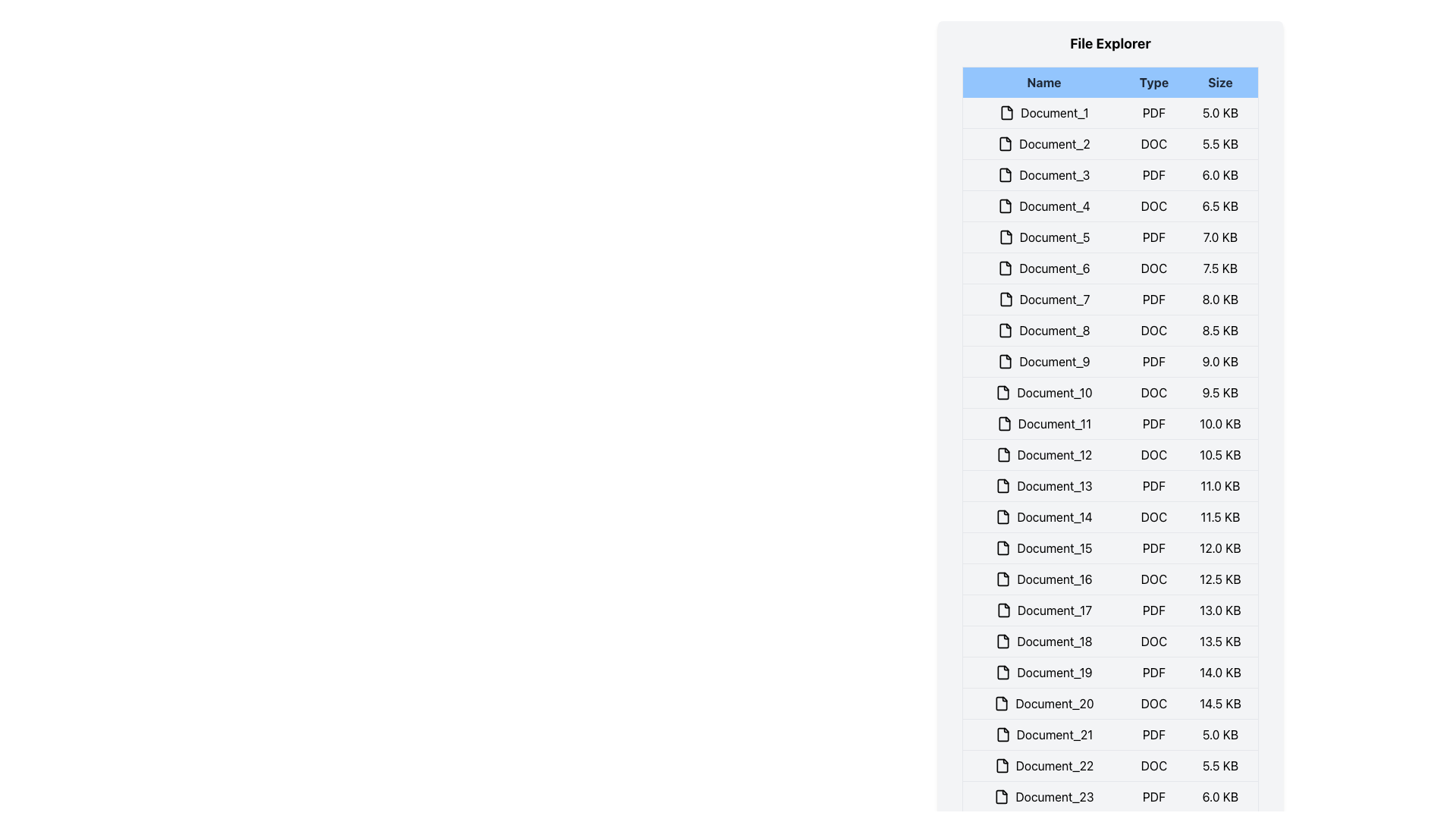 The width and height of the screenshot is (1456, 819). I want to click on the 'Name' header cell of the data table to sort the column, if sorting is enabled, so click(1043, 82).